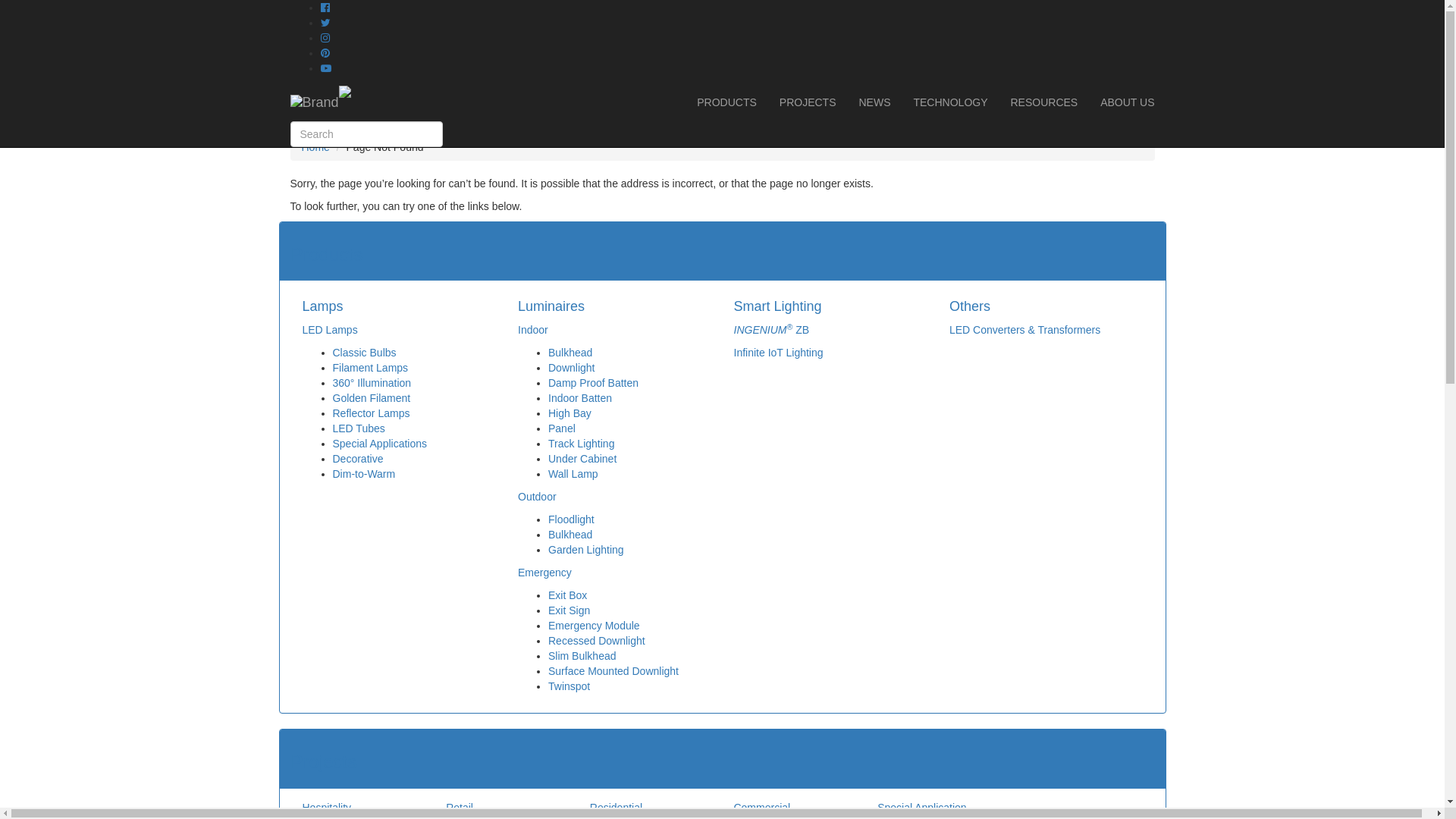 This screenshot has height=819, width=1456. What do you see at coordinates (532, 329) in the screenshot?
I see `'Indoor'` at bounding box center [532, 329].